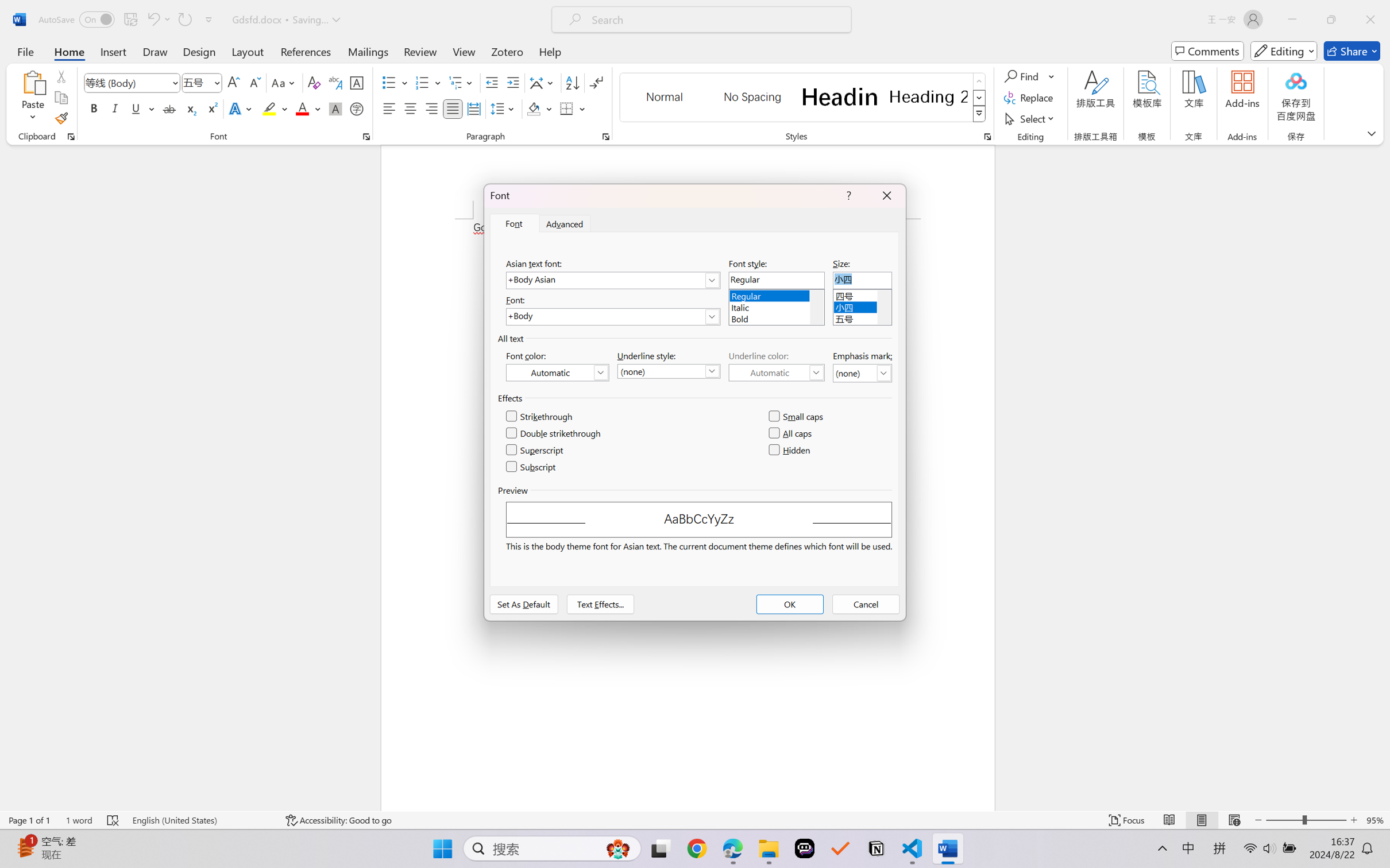  I want to click on 'Poe', so click(804, 848).